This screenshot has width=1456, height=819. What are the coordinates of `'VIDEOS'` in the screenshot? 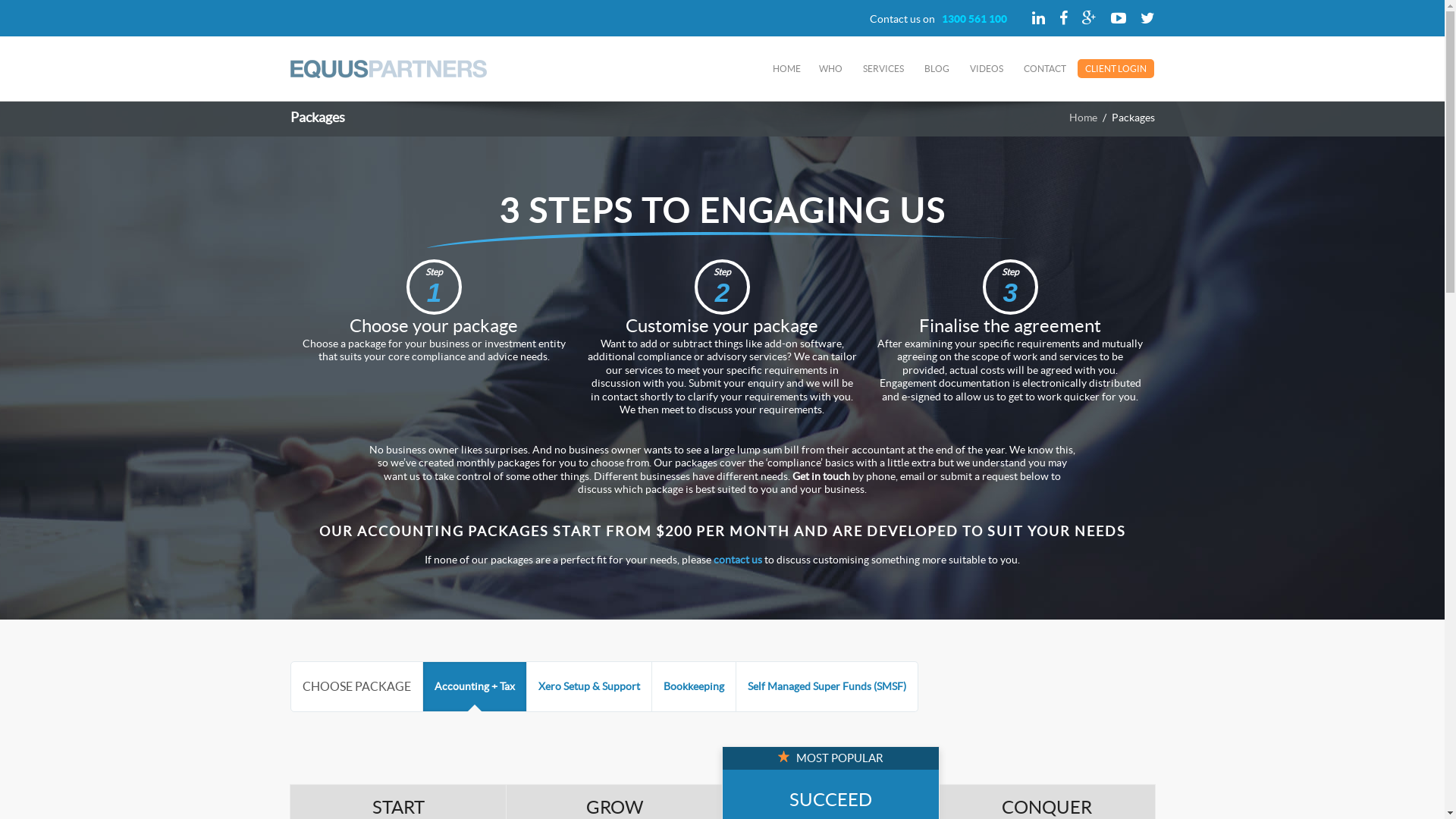 It's located at (986, 68).